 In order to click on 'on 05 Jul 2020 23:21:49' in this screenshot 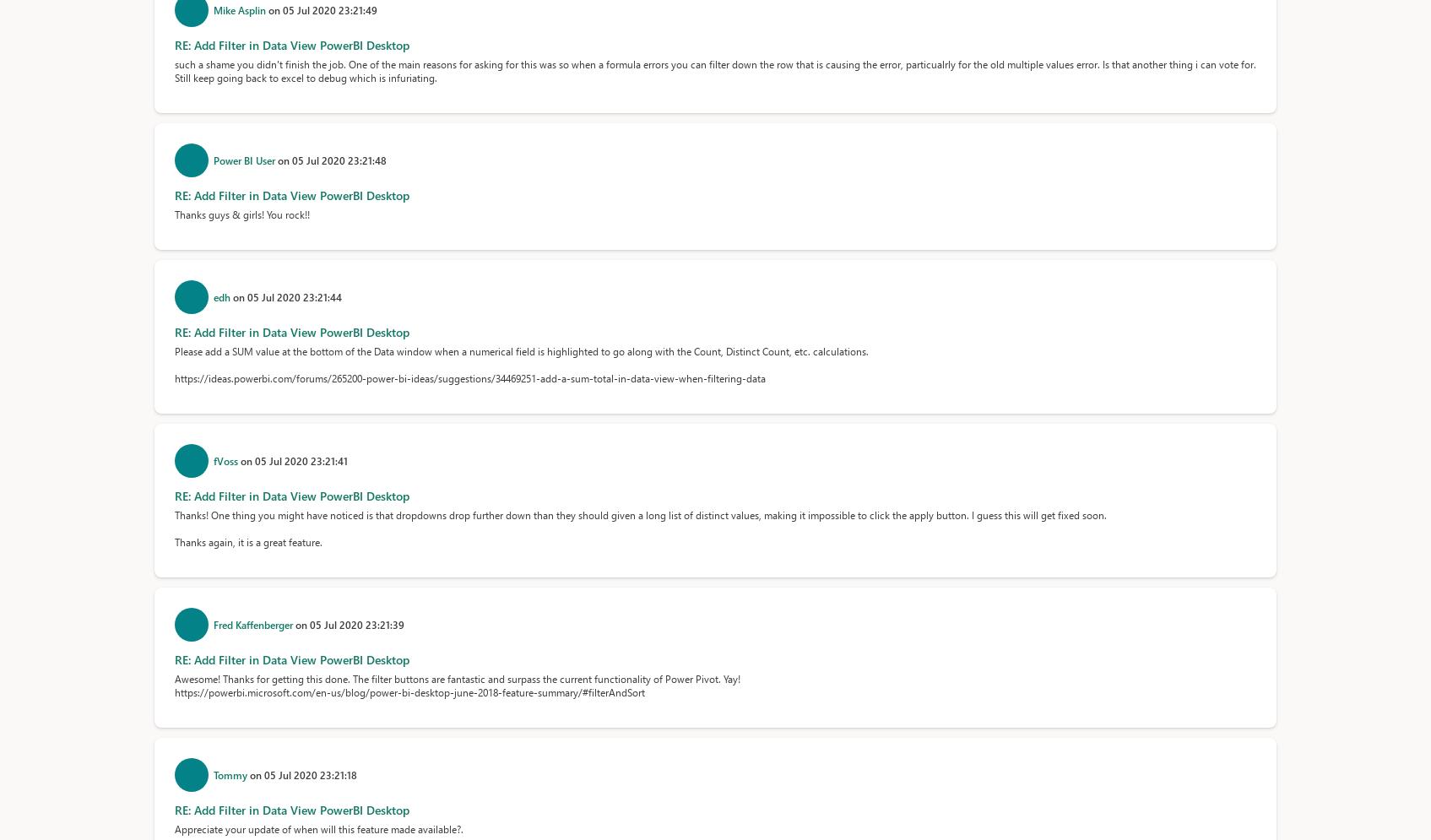, I will do `click(321, 10)`.